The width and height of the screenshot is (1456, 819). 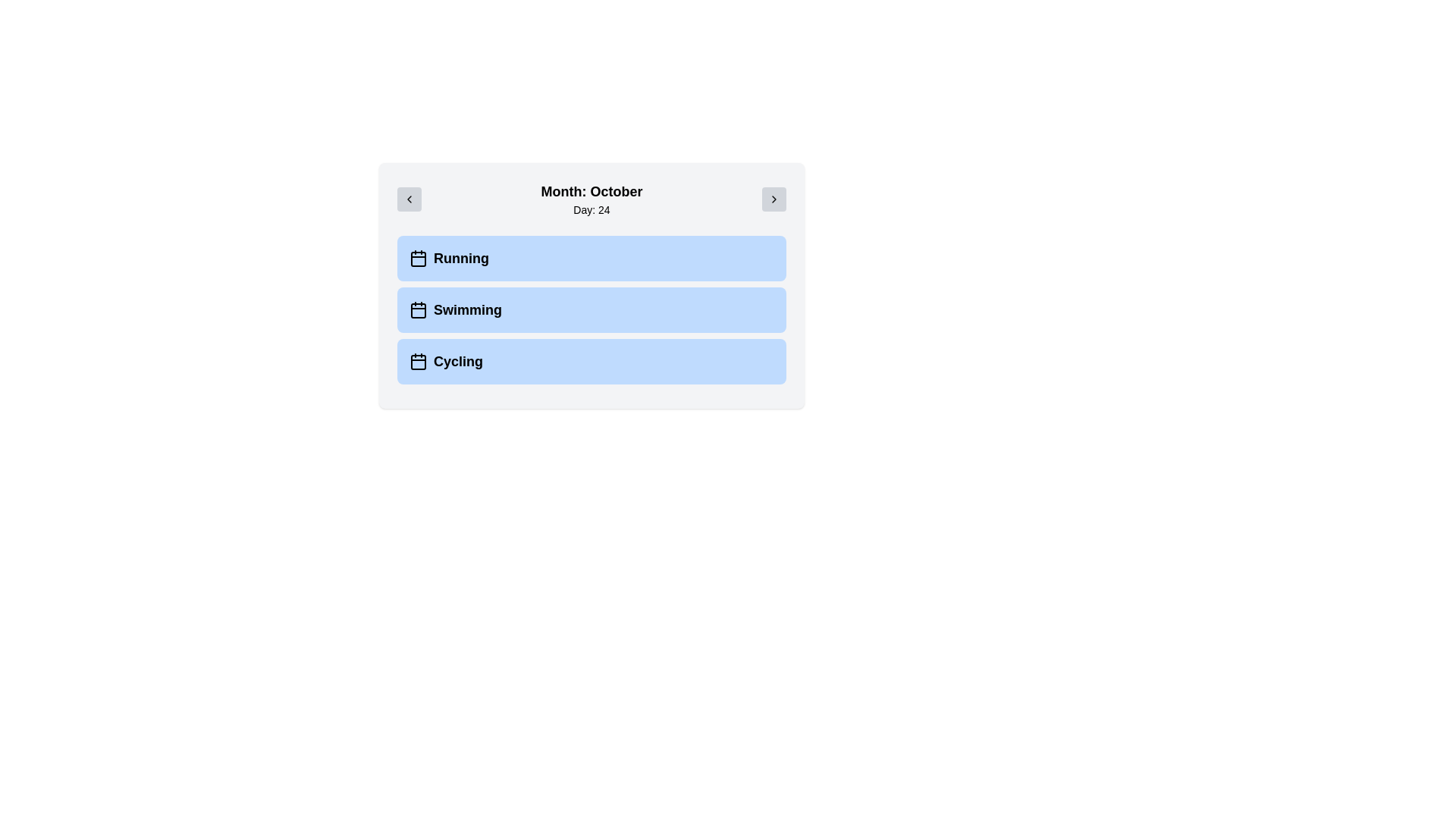 I want to click on the calendar icon, which is a compact outline-style icon with a rectangular shape and located next to the 'Swimming' label on a blue background, so click(x=419, y=309).